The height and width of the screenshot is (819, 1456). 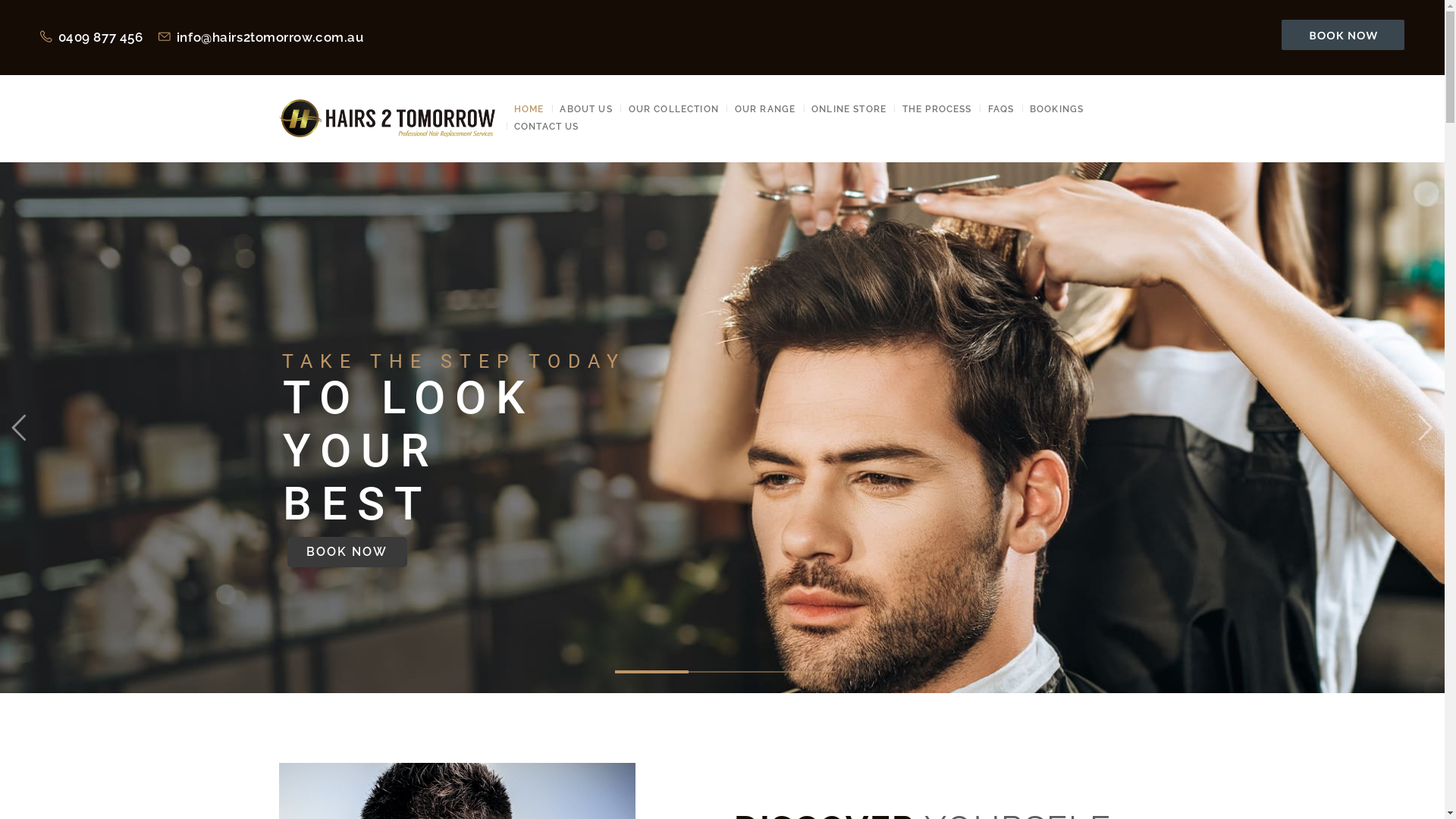 What do you see at coordinates (1056, 108) in the screenshot?
I see `'BOOKINGS'` at bounding box center [1056, 108].